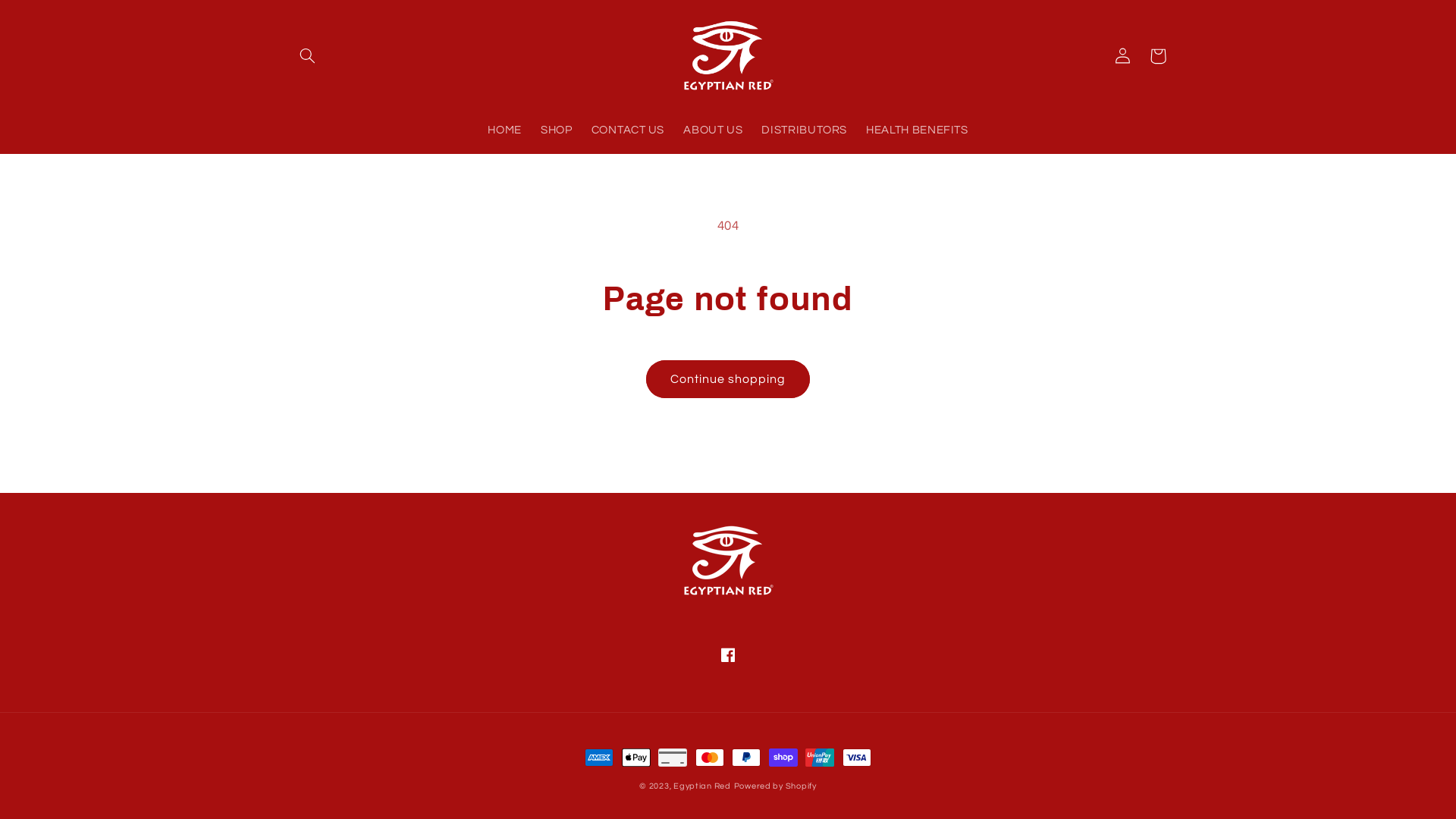 The width and height of the screenshot is (1456, 819). What do you see at coordinates (505, 130) in the screenshot?
I see `'HOME'` at bounding box center [505, 130].